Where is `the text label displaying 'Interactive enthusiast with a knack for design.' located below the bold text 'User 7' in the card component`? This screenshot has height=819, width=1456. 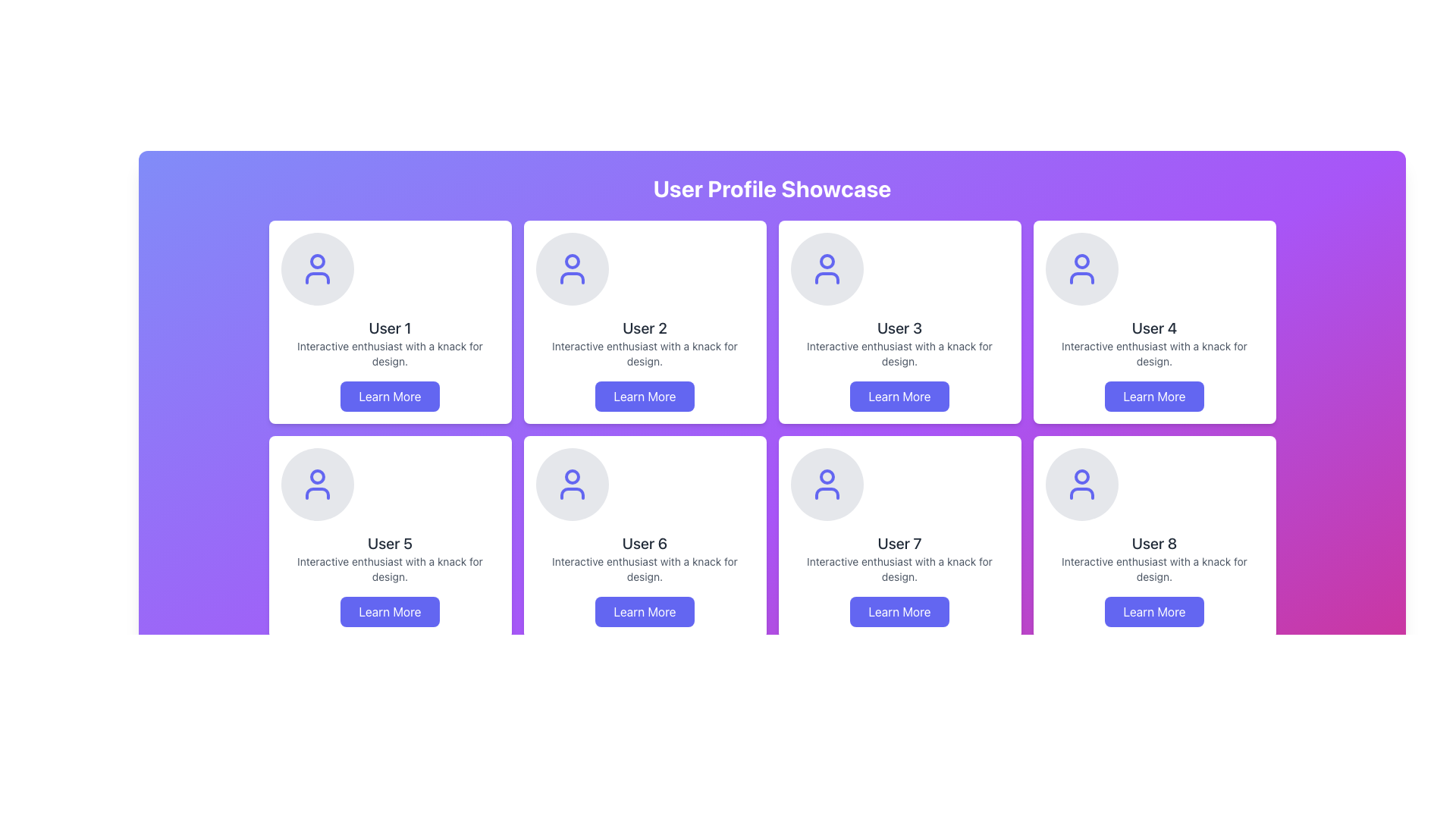 the text label displaying 'Interactive enthusiast with a knack for design.' located below the bold text 'User 7' in the card component is located at coordinates (899, 570).